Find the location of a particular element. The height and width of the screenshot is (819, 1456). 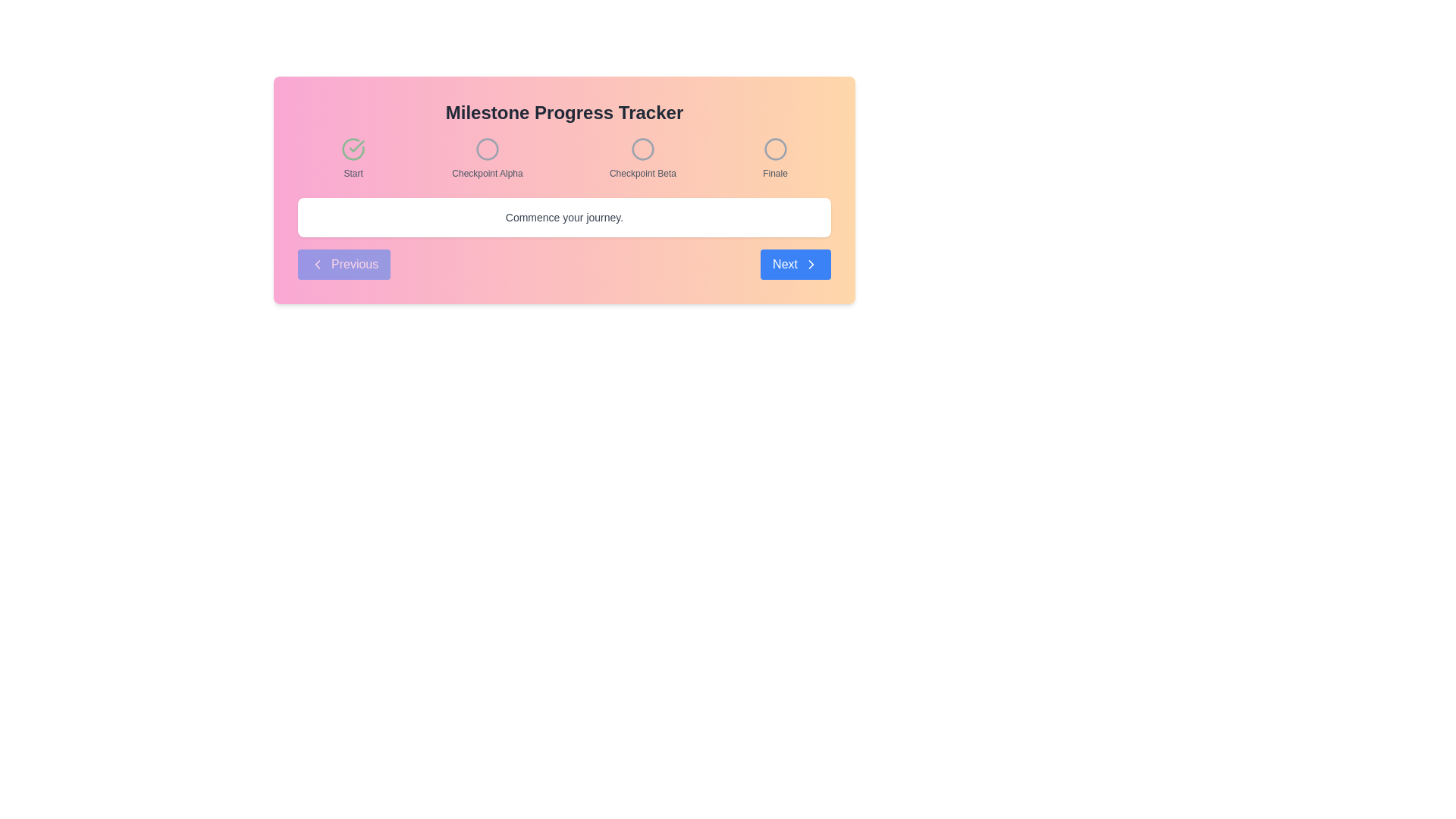

the static text label that indicates the final step or milestone in a progress-tracking interface, located beneath a circular visual marker with a gray stroke on the top-right side of the layout is located at coordinates (775, 172).